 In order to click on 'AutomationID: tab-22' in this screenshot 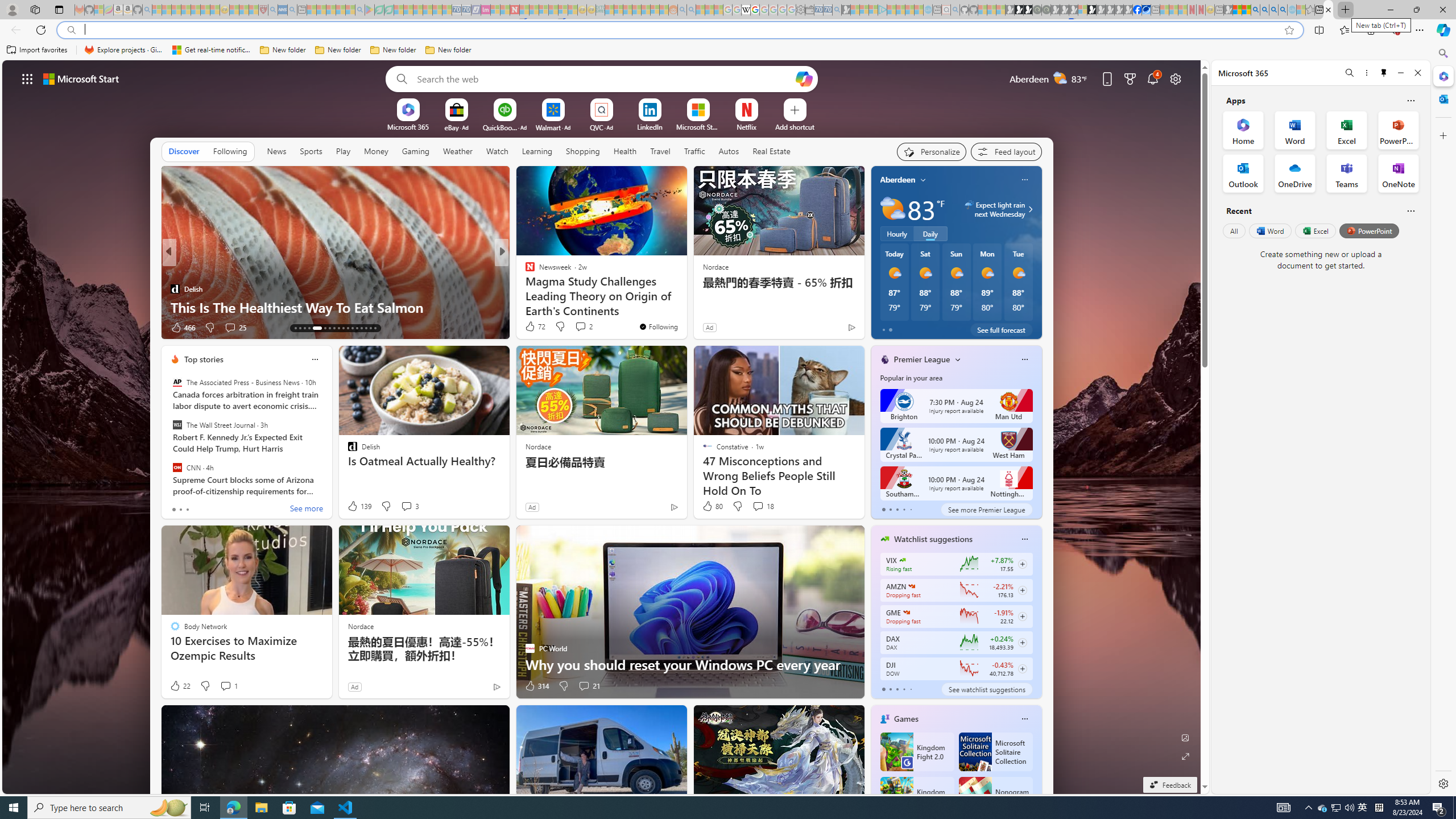, I will do `click(343, 328)`.